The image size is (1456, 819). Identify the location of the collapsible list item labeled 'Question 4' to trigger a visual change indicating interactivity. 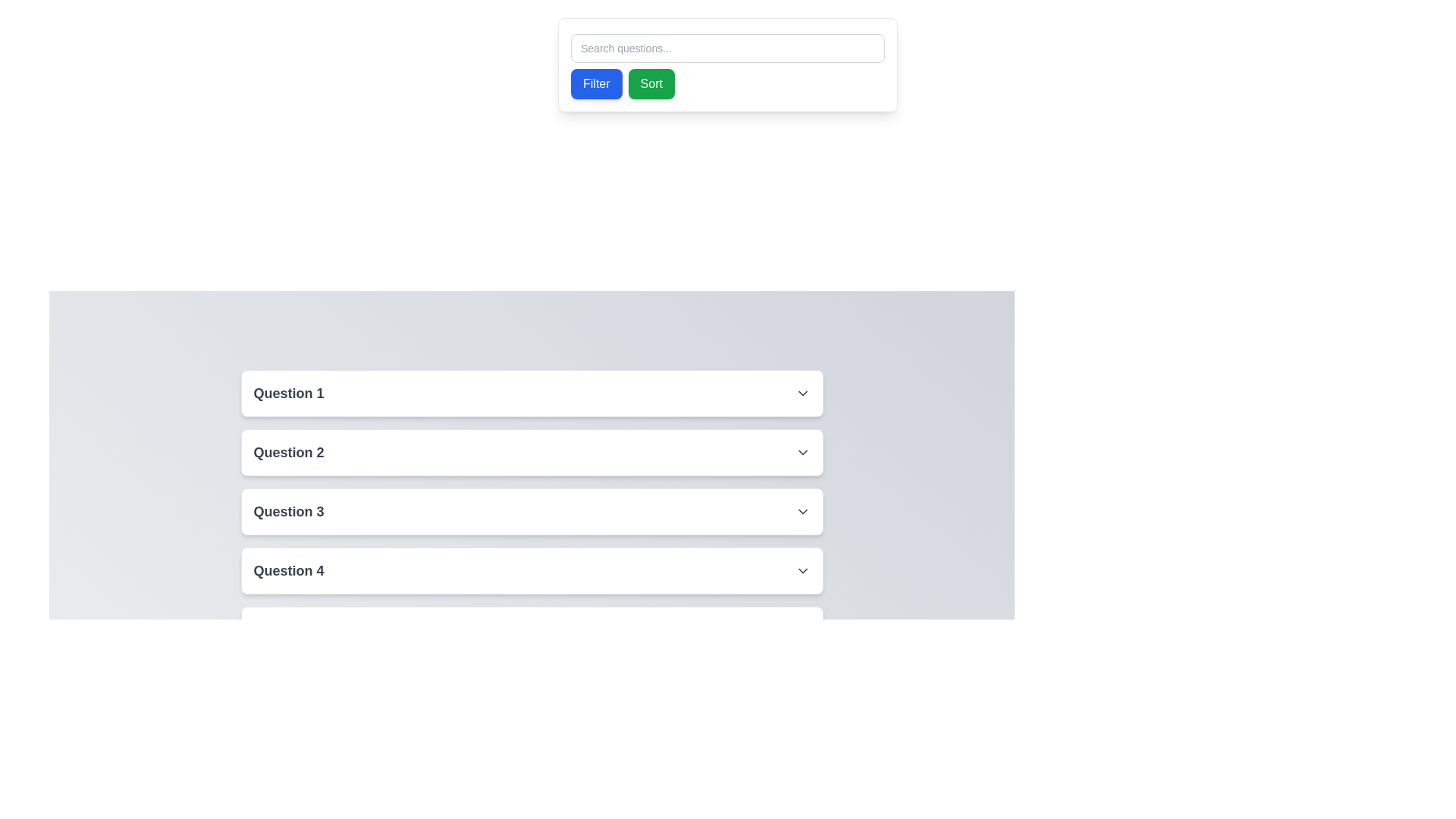
(532, 570).